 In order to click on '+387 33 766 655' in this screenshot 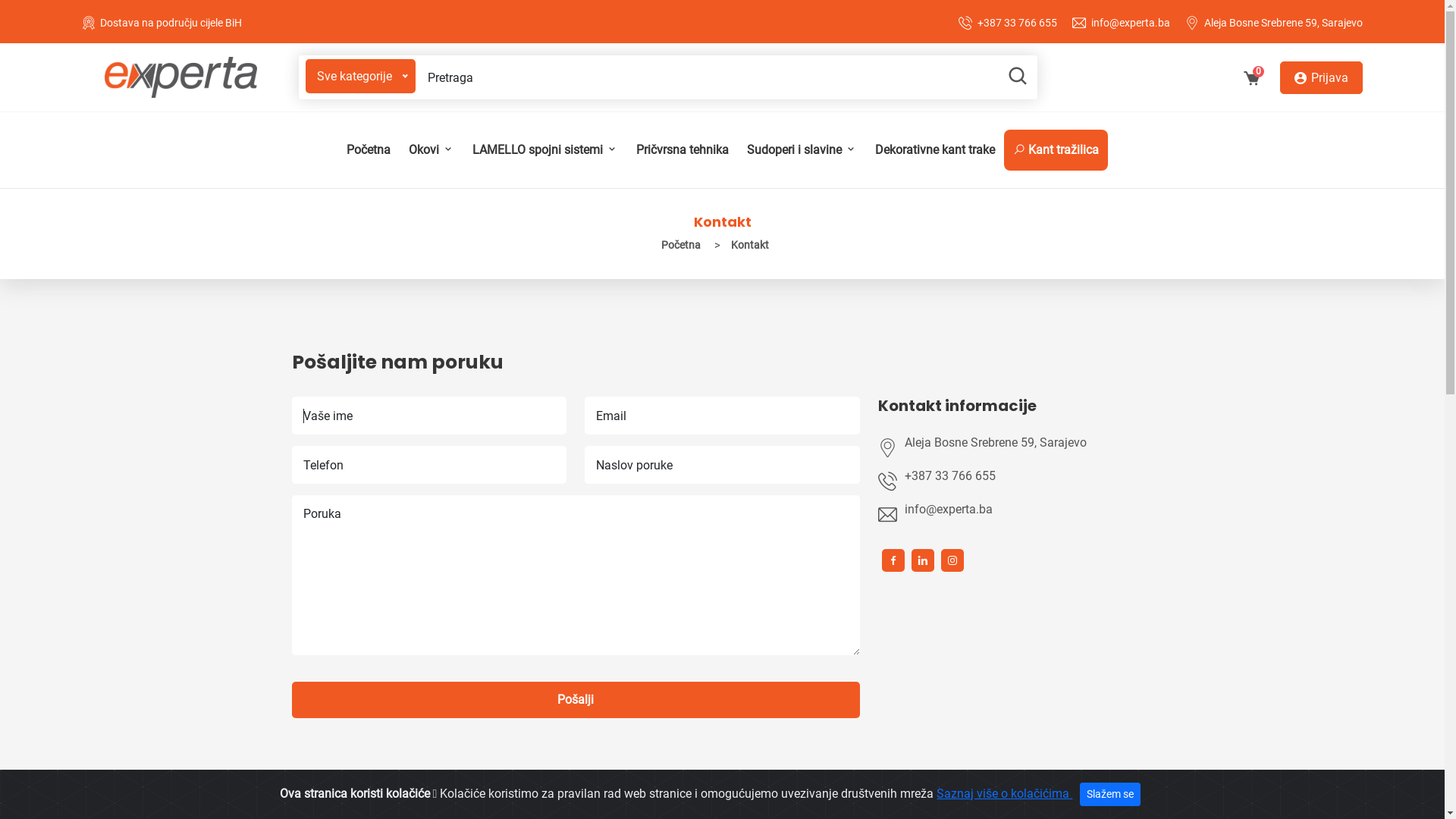, I will do `click(1017, 23)`.